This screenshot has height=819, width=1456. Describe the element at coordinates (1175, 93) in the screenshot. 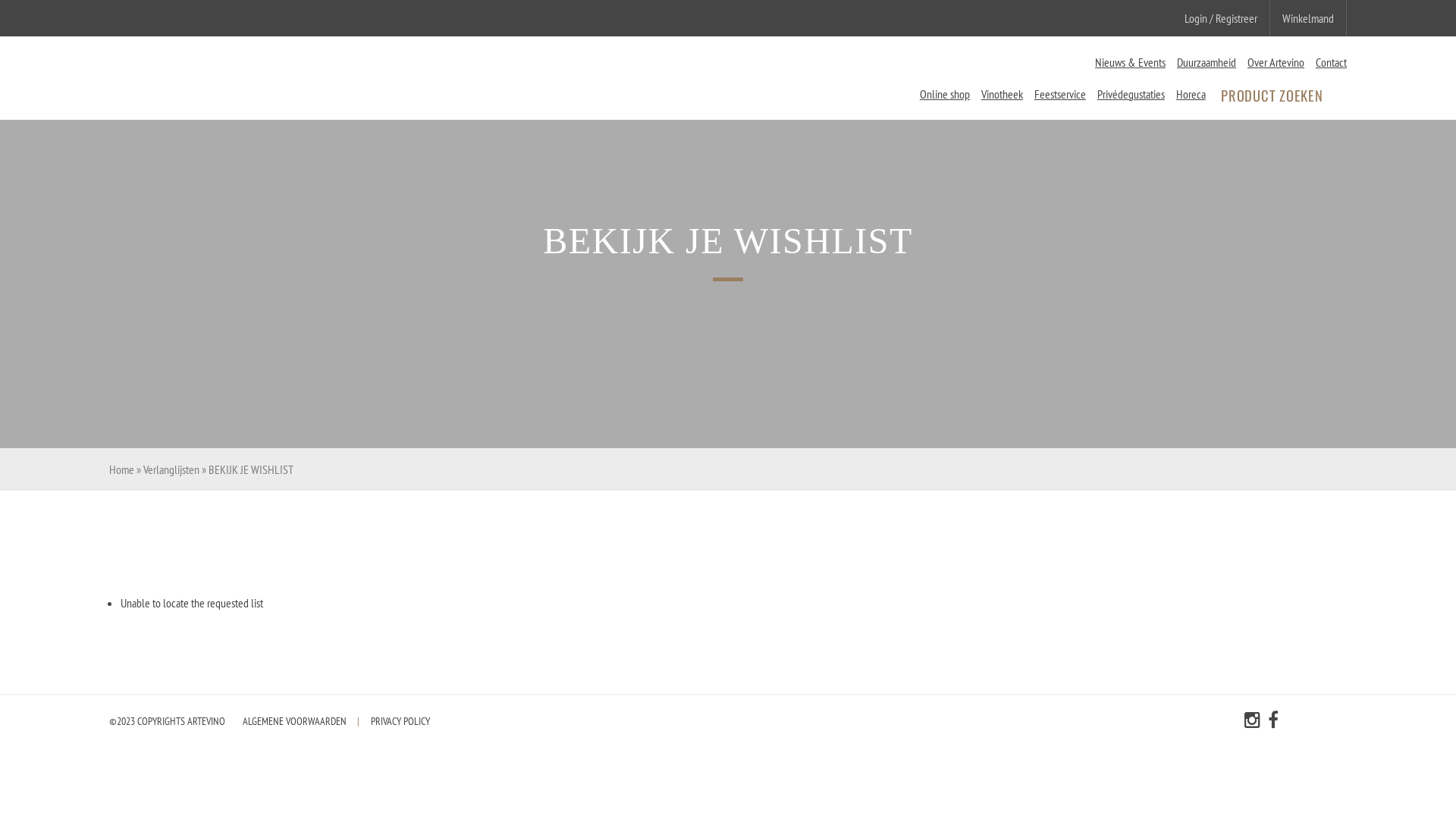

I see `'Horeca'` at that location.